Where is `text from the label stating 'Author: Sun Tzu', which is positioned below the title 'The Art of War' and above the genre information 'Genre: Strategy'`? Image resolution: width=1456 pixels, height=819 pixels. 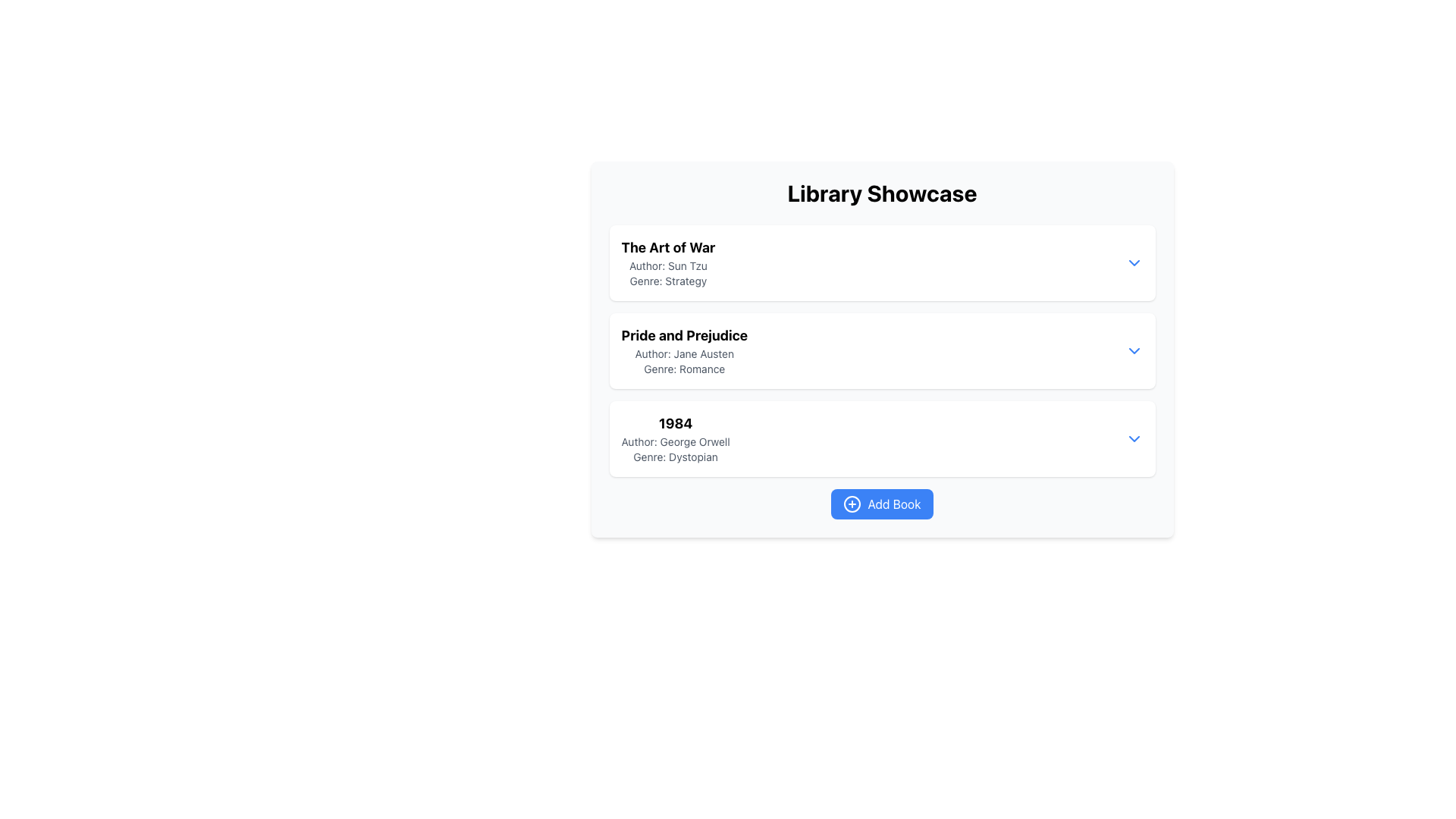
text from the label stating 'Author: Sun Tzu', which is positioned below the title 'The Art of War' and above the genre information 'Genre: Strategy' is located at coordinates (667, 265).